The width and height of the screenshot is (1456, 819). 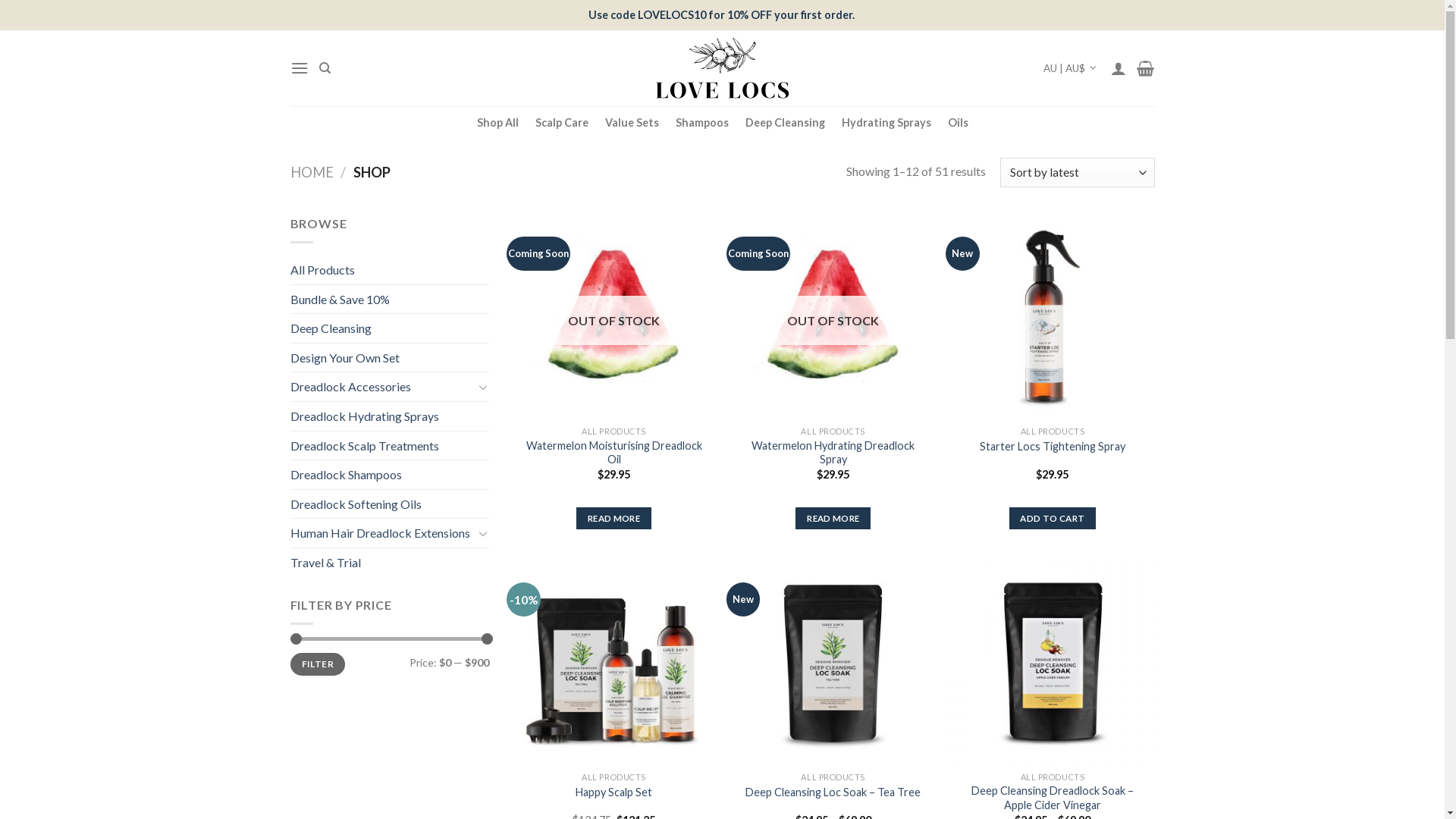 What do you see at coordinates (632, 121) in the screenshot?
I see `'Value Sets'` at bounding box center [632, 121].